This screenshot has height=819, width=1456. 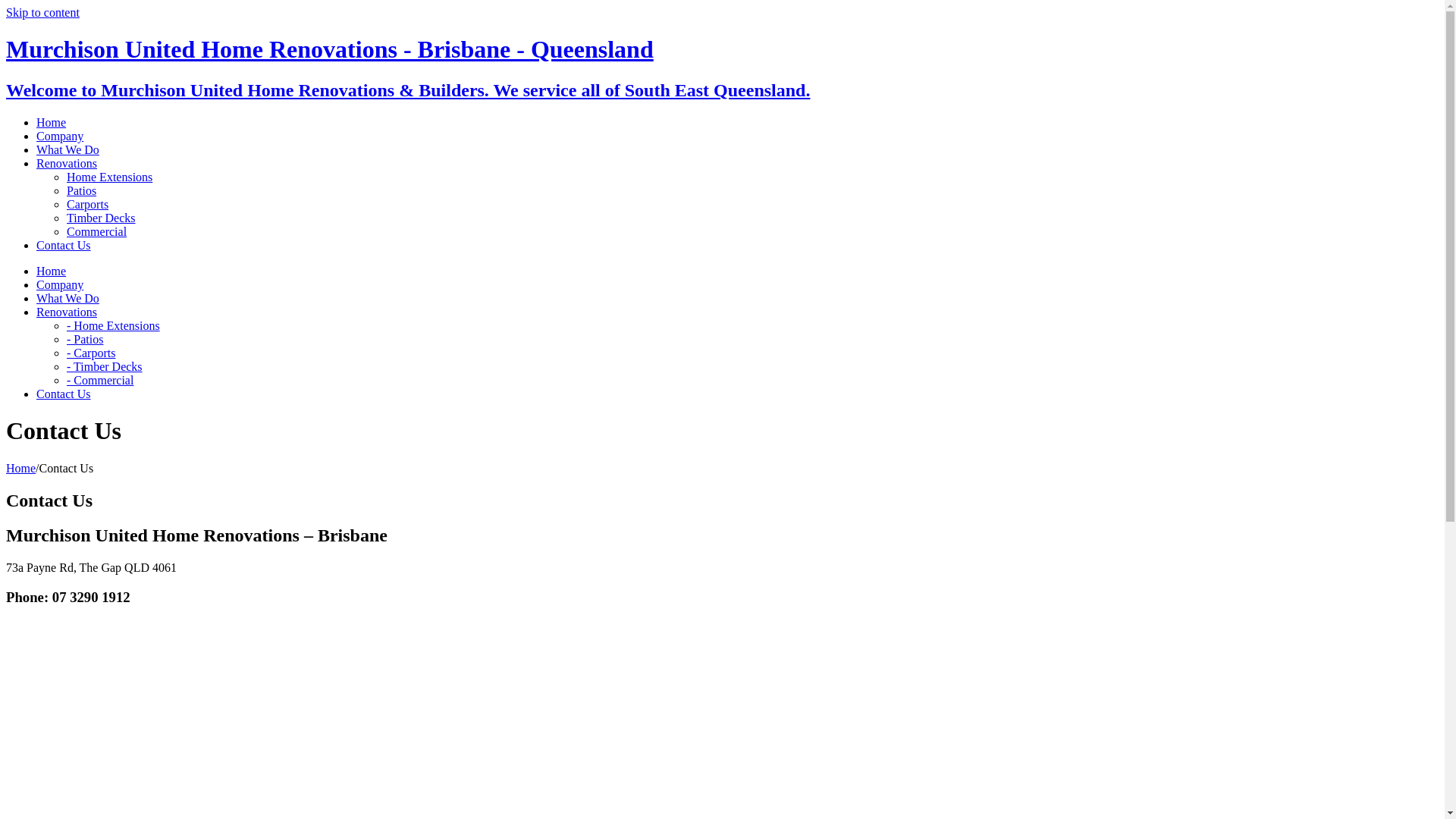 I want to click on 'Carports', so click(x=86, y=203).